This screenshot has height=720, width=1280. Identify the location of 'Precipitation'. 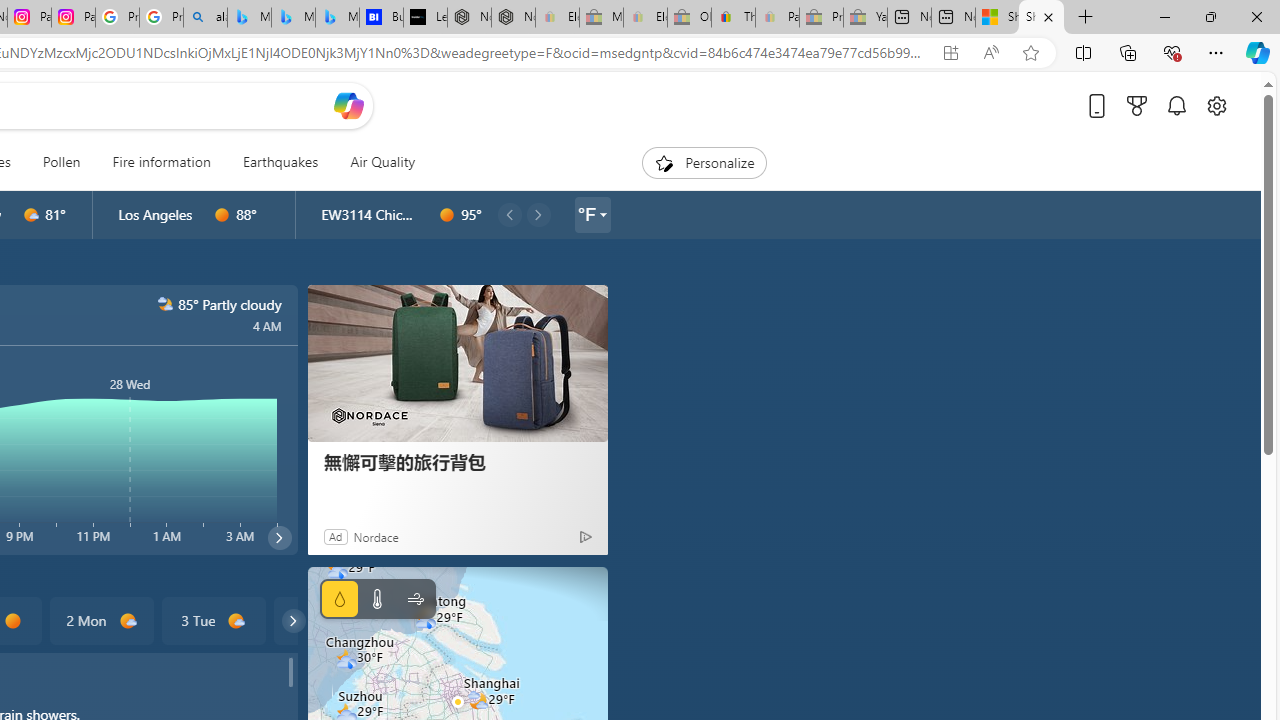
(339, 598).